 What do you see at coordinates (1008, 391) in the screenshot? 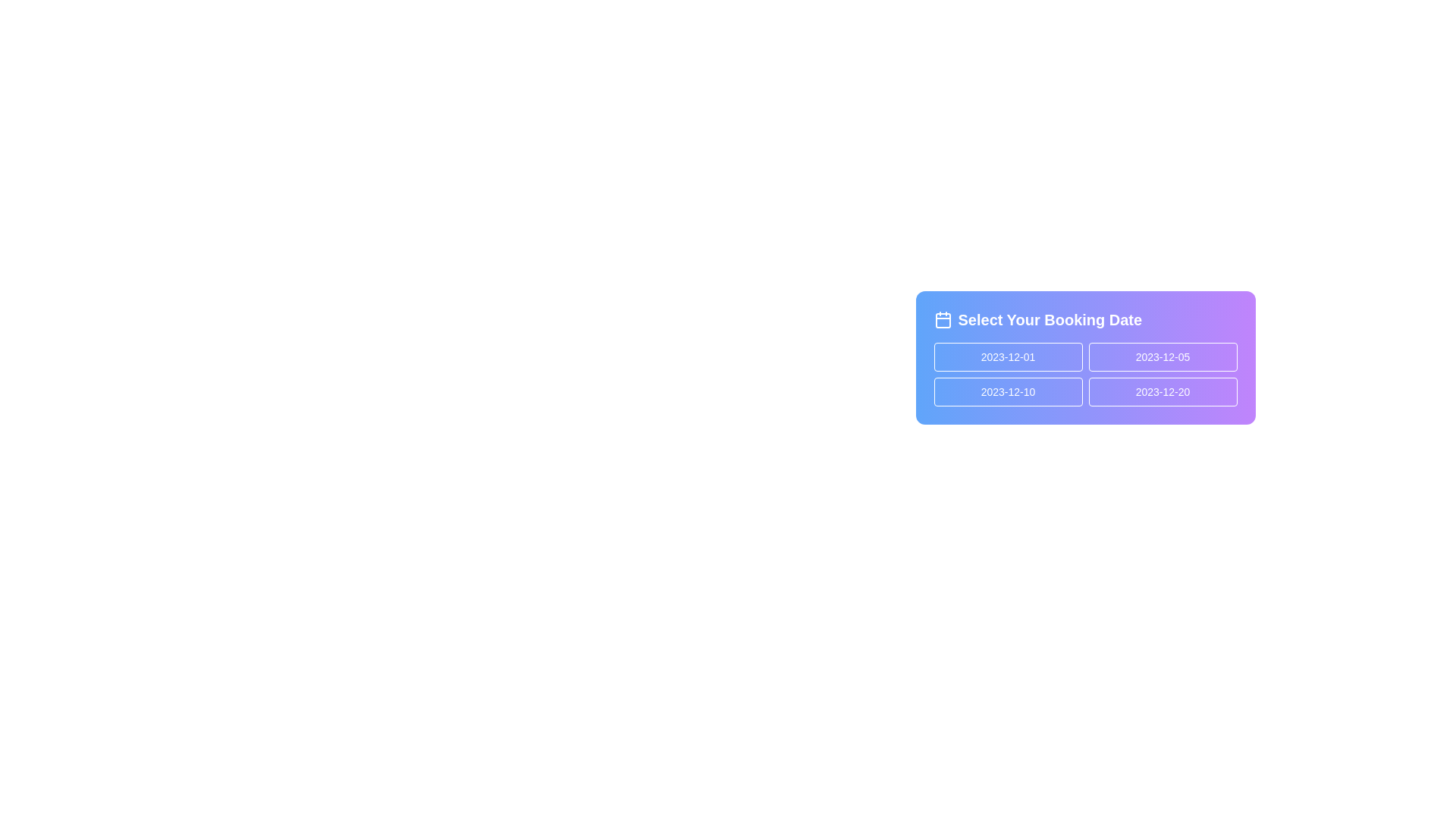
I see `the rectangular button displaying the text '2023-12-10' to trigger its hover state` at bounding box center [1008, 391].